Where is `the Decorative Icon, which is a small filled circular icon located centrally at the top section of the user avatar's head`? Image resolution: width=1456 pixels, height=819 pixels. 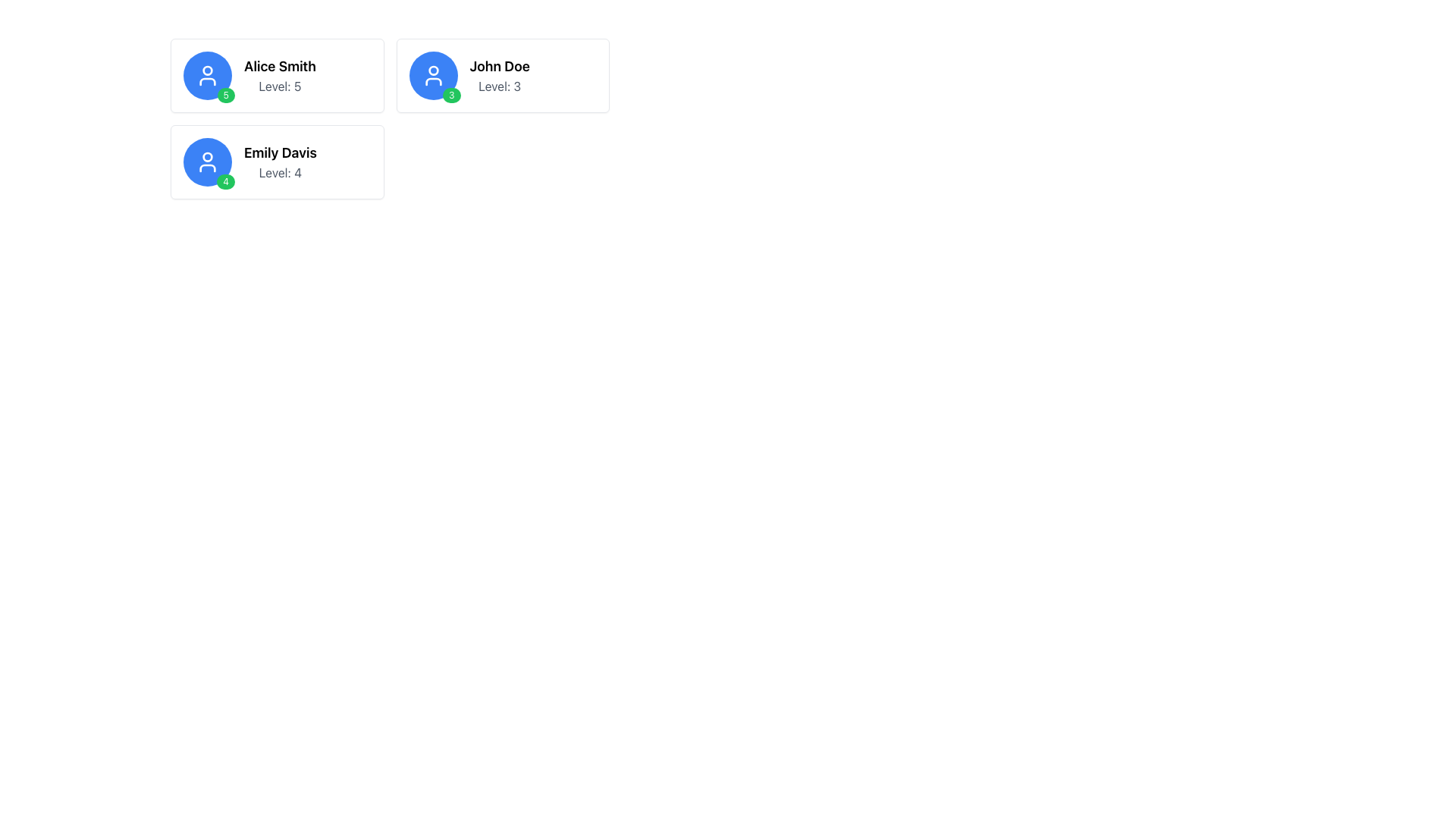
the Decorative Icon, which is a small filled circular icon located centrally at the top section of the user avatar's head is located at coordinates (206, 70).